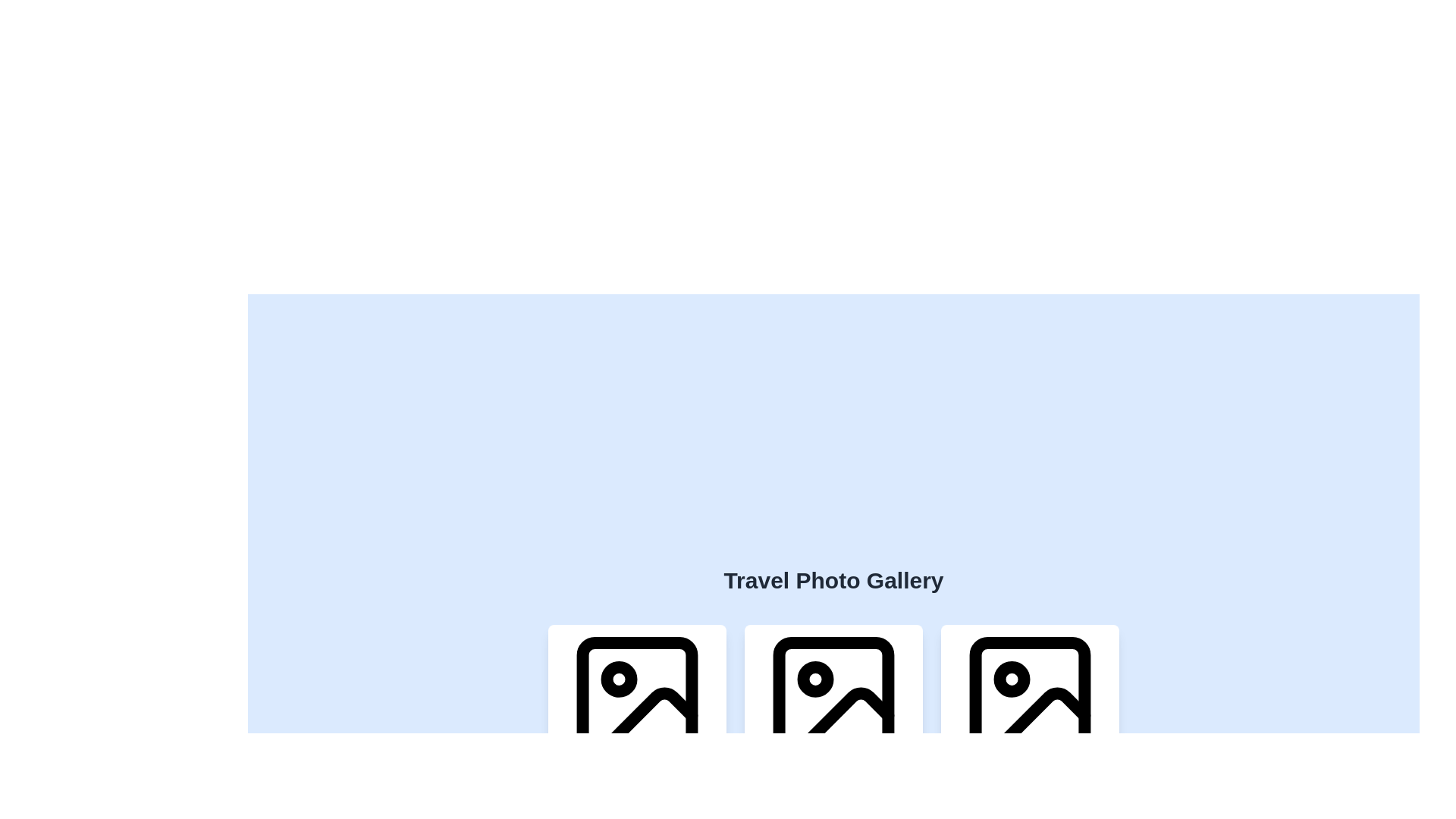  What do you see at coordinates (833, 580) in the screenshot?
I see `header text indicating 'Travel Photo Gallery', which is positioned at the vertical center of the top section of the photo gallery interface` at bounding box center [833, 580].